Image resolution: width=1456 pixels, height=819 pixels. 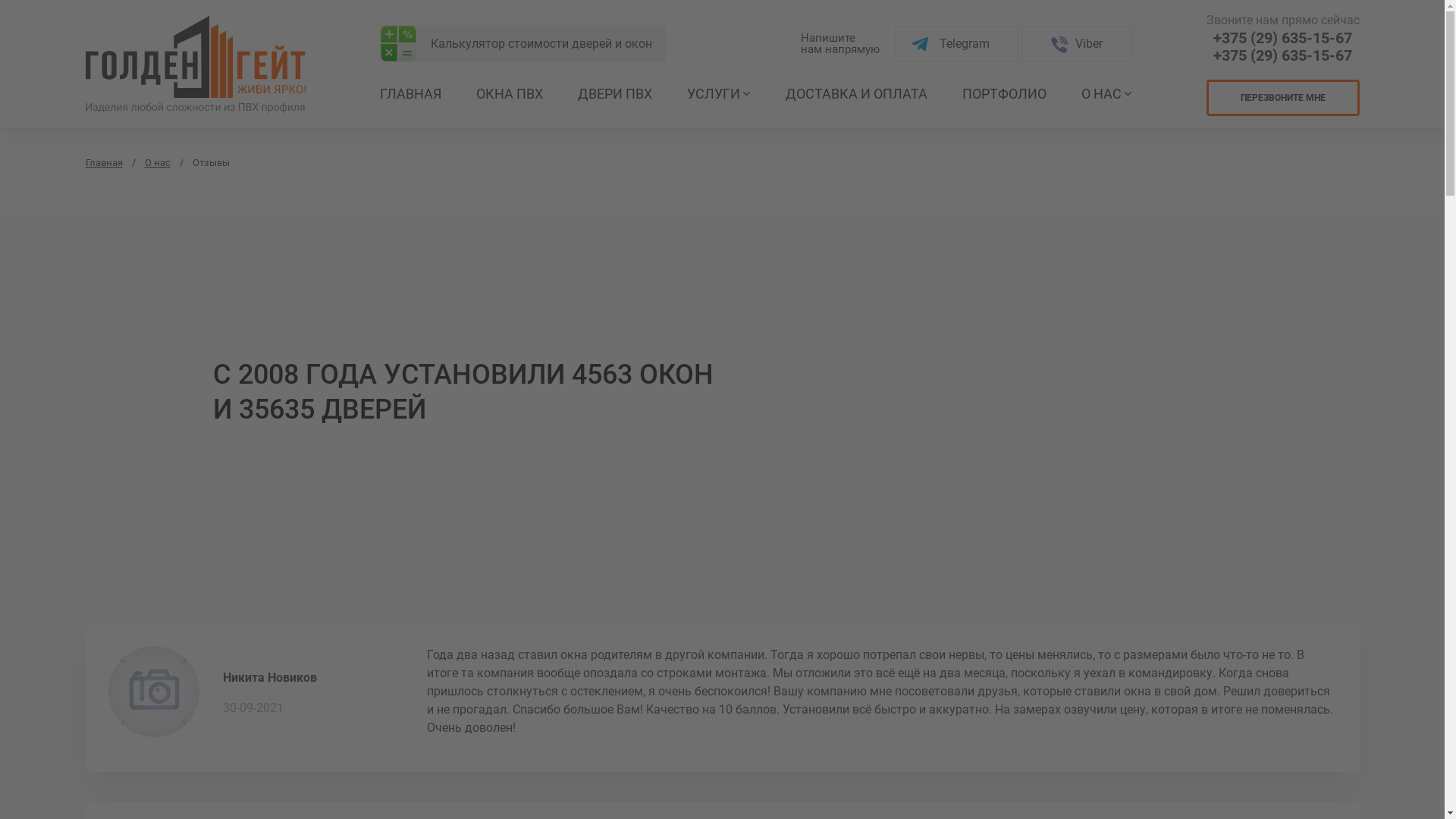 What do you see at coordinates (1282, 37) in the screenshot?
I see `'+375 (29) 635-15-67'` at bounding box center [1282, 37].